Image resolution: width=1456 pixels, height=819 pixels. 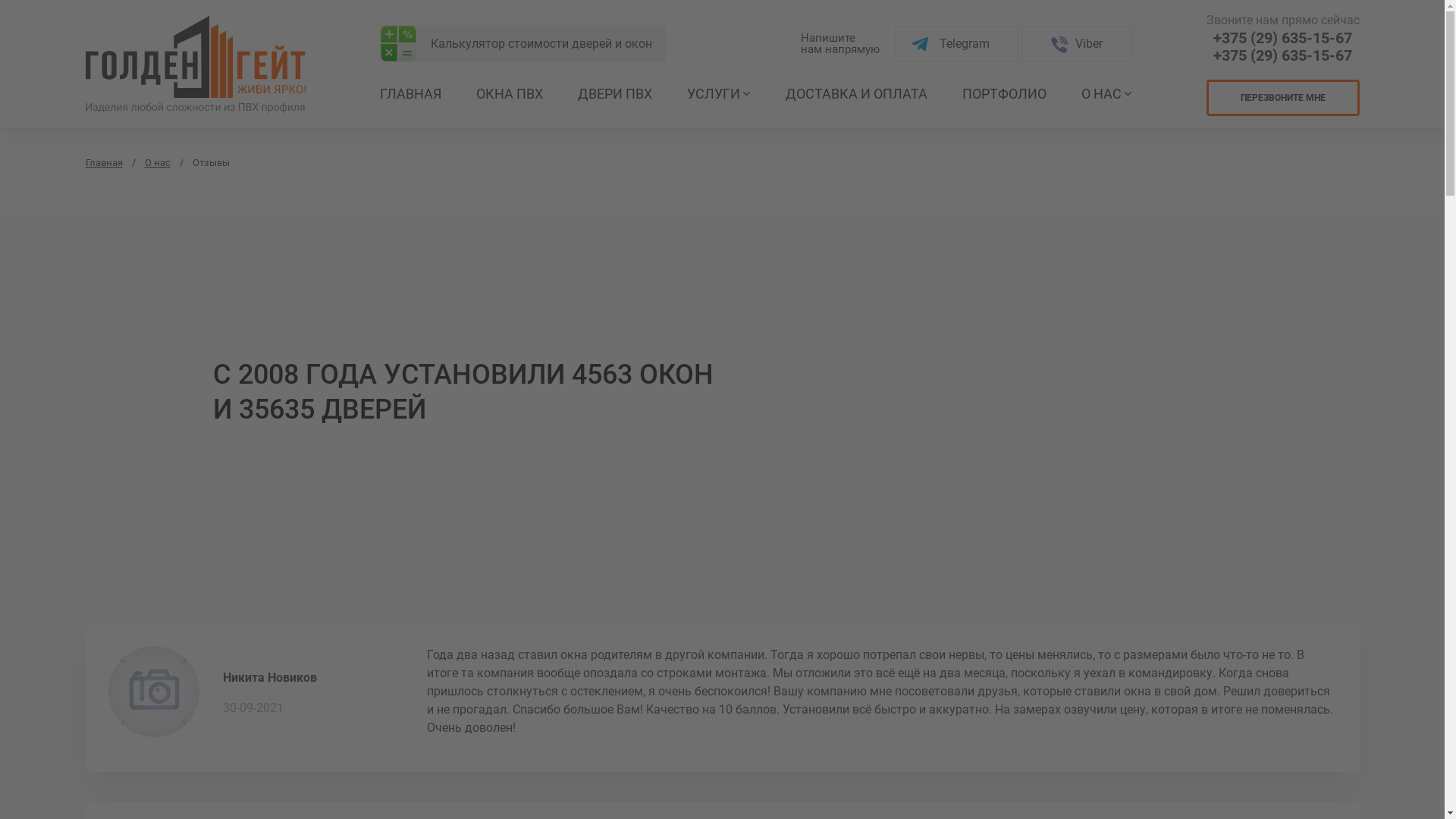 What do you see at coordinates (1282, 37) in the screenshot?
I see `'+375 (29) 635-15-67'` at bounding box center [1282, 37].